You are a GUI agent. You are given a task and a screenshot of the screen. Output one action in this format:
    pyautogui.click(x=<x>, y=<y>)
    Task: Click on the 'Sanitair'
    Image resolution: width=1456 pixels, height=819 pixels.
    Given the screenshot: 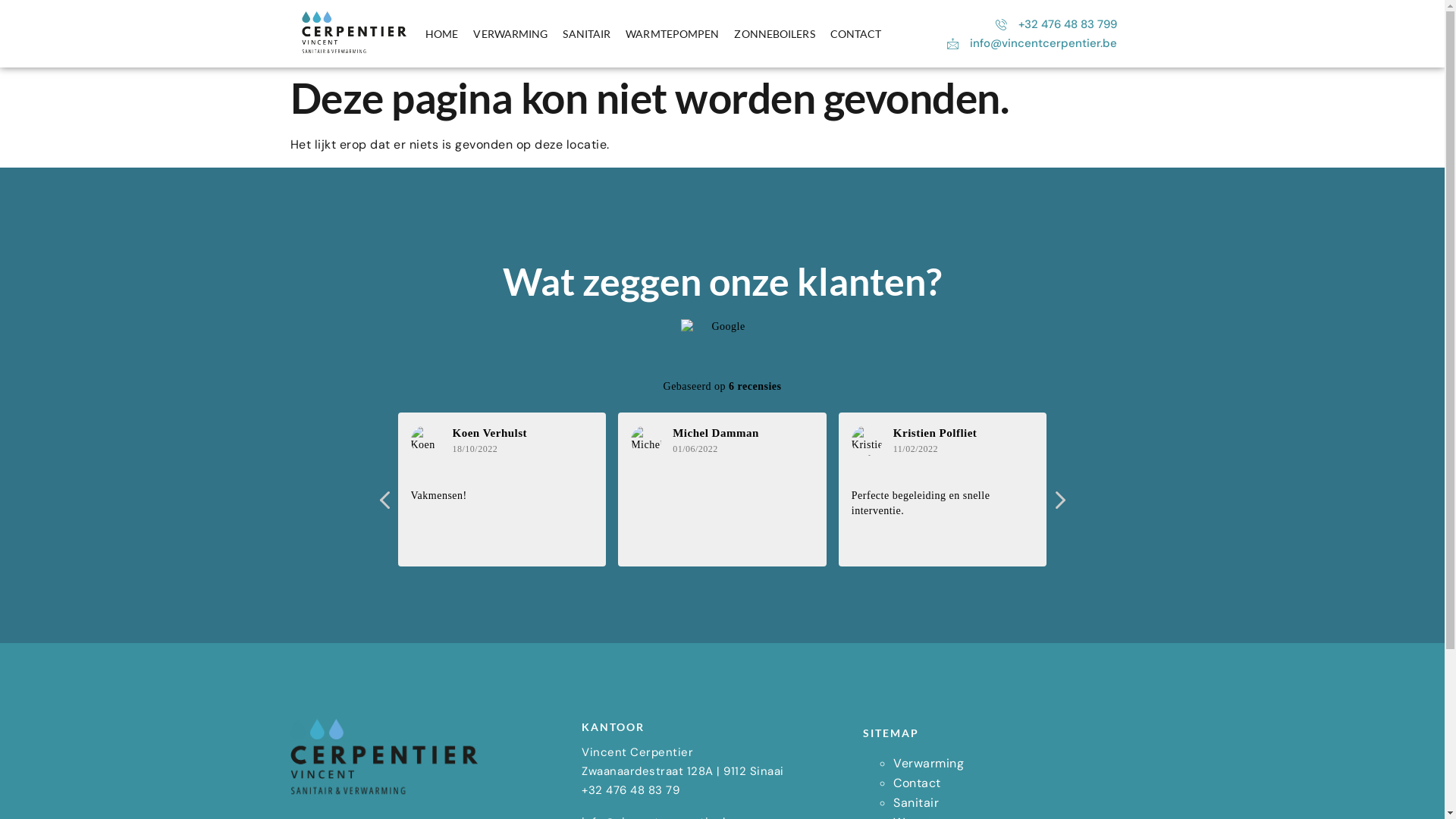 What is the action you would take?
    pyautogui.click(x=893, y=802)
    